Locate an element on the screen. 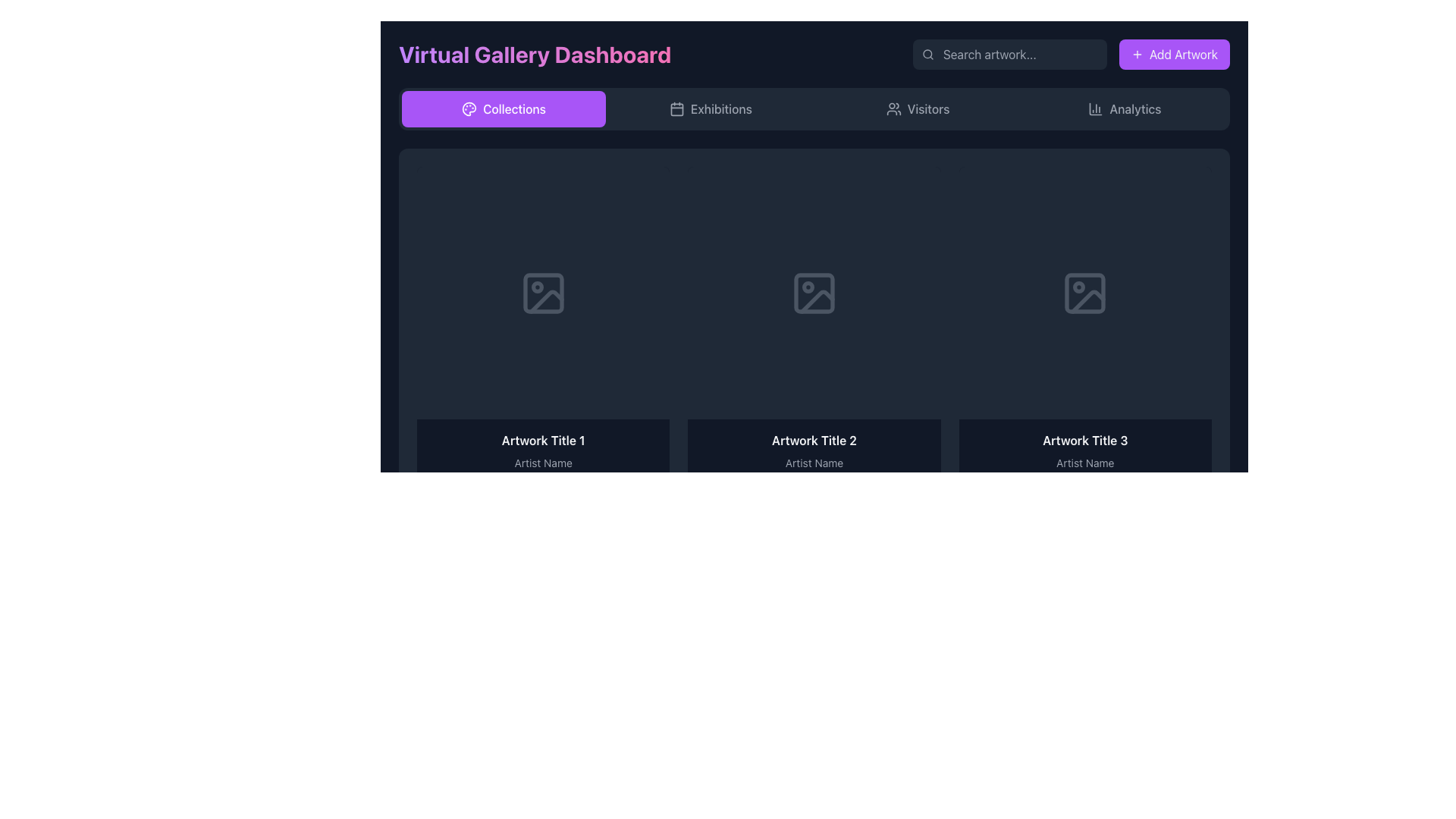 The image size is (1456, 819). the decorative visual element that is part of the magnifying glass search icon located at the top-right corner of the application interface is located at coordinates (927, 53).